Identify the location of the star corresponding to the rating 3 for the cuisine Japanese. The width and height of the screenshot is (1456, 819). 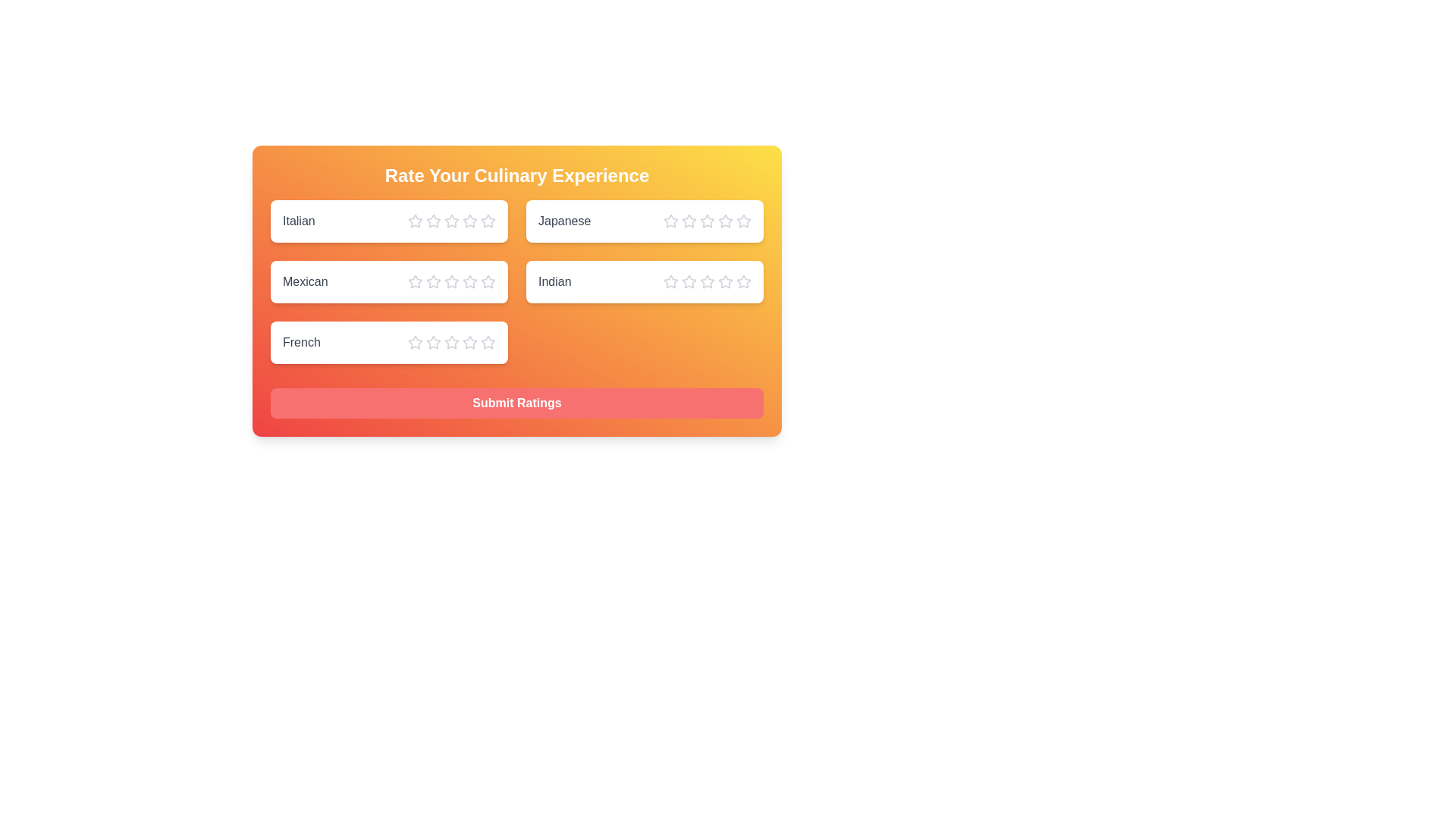
(706, 221).